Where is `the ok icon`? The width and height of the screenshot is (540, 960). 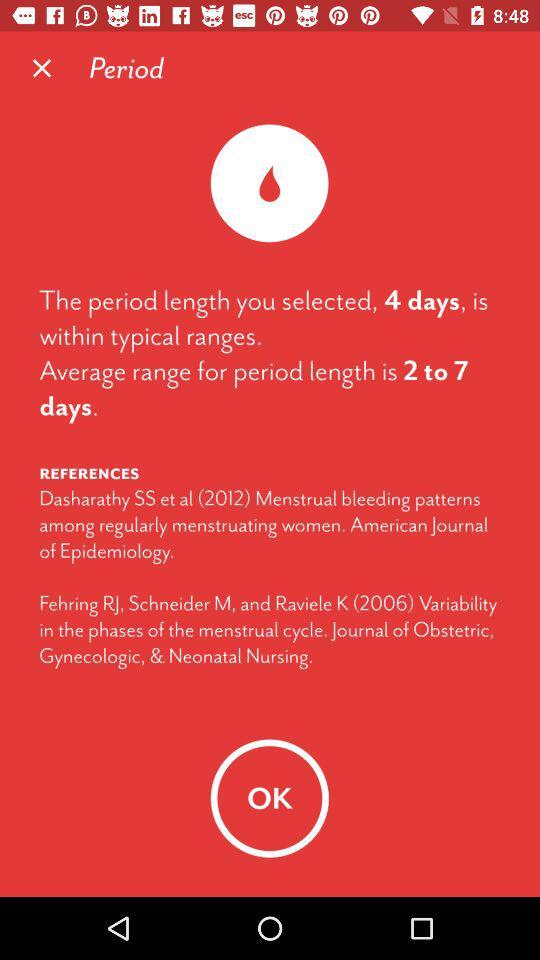
the ok icon is located at coordinates (269, 798).